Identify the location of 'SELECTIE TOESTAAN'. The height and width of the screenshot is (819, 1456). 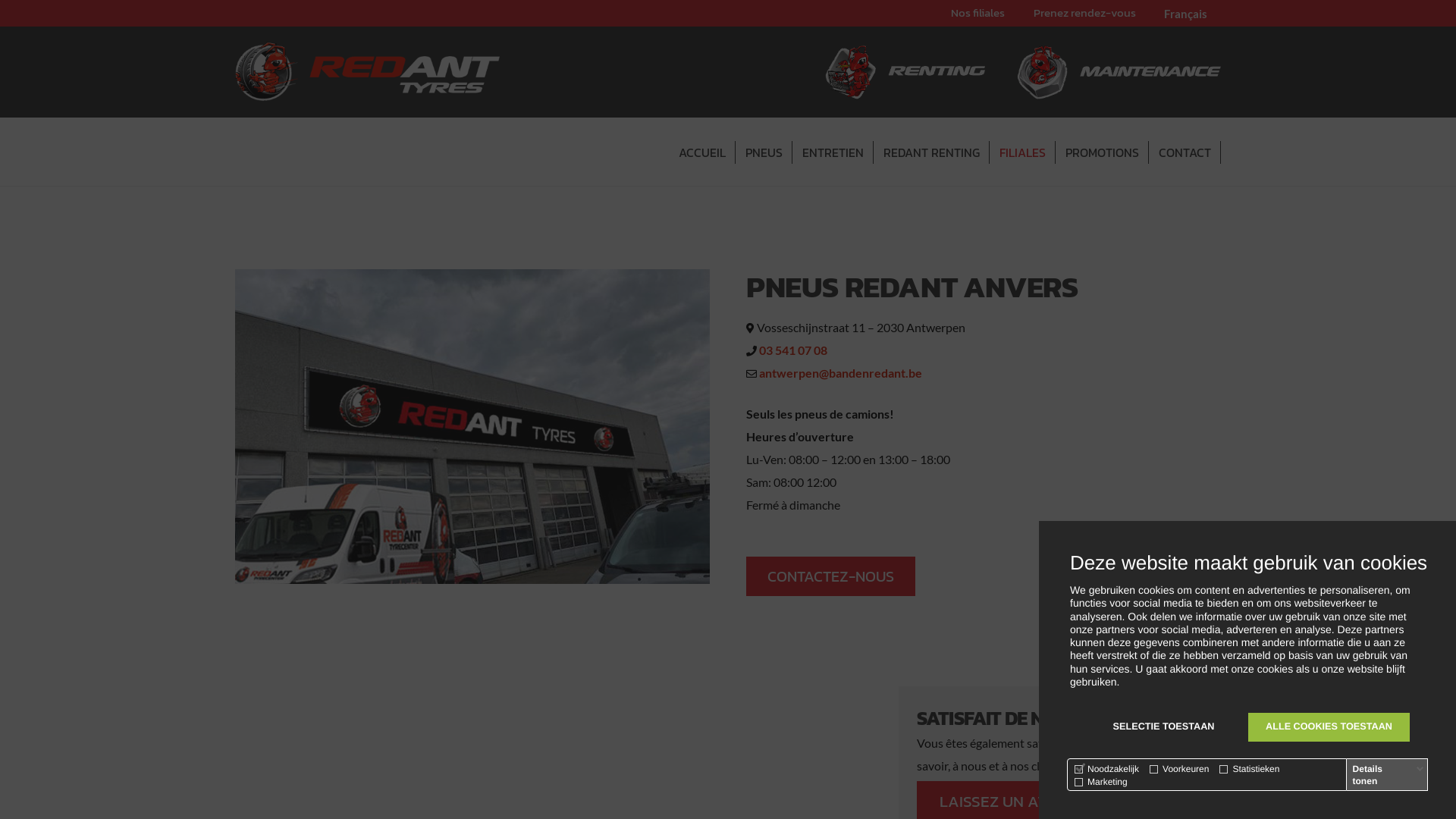
(1163, 726).